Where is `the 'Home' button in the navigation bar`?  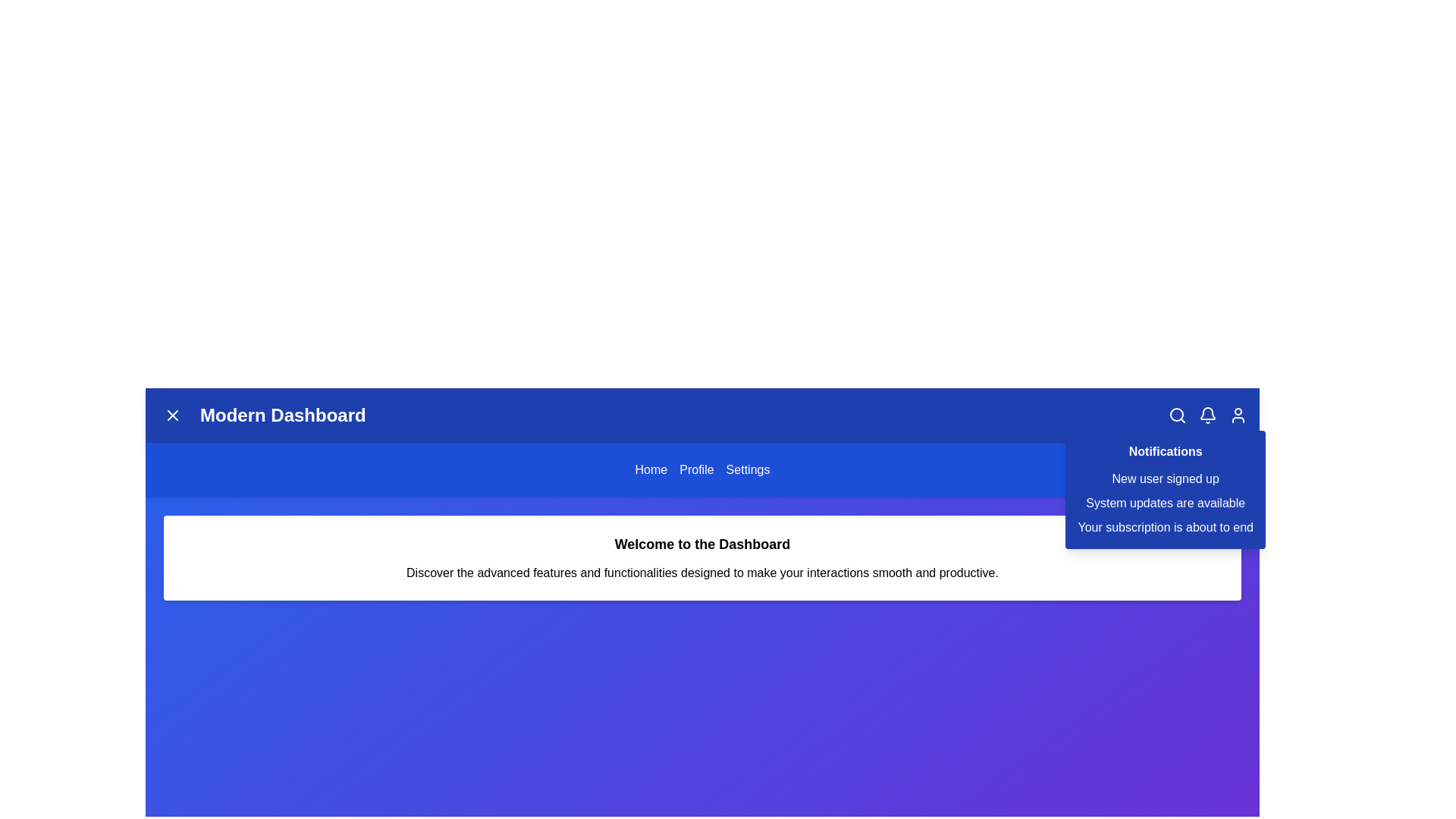
the 'Home' button in the navigation bar is located at coordinates (651, 469).